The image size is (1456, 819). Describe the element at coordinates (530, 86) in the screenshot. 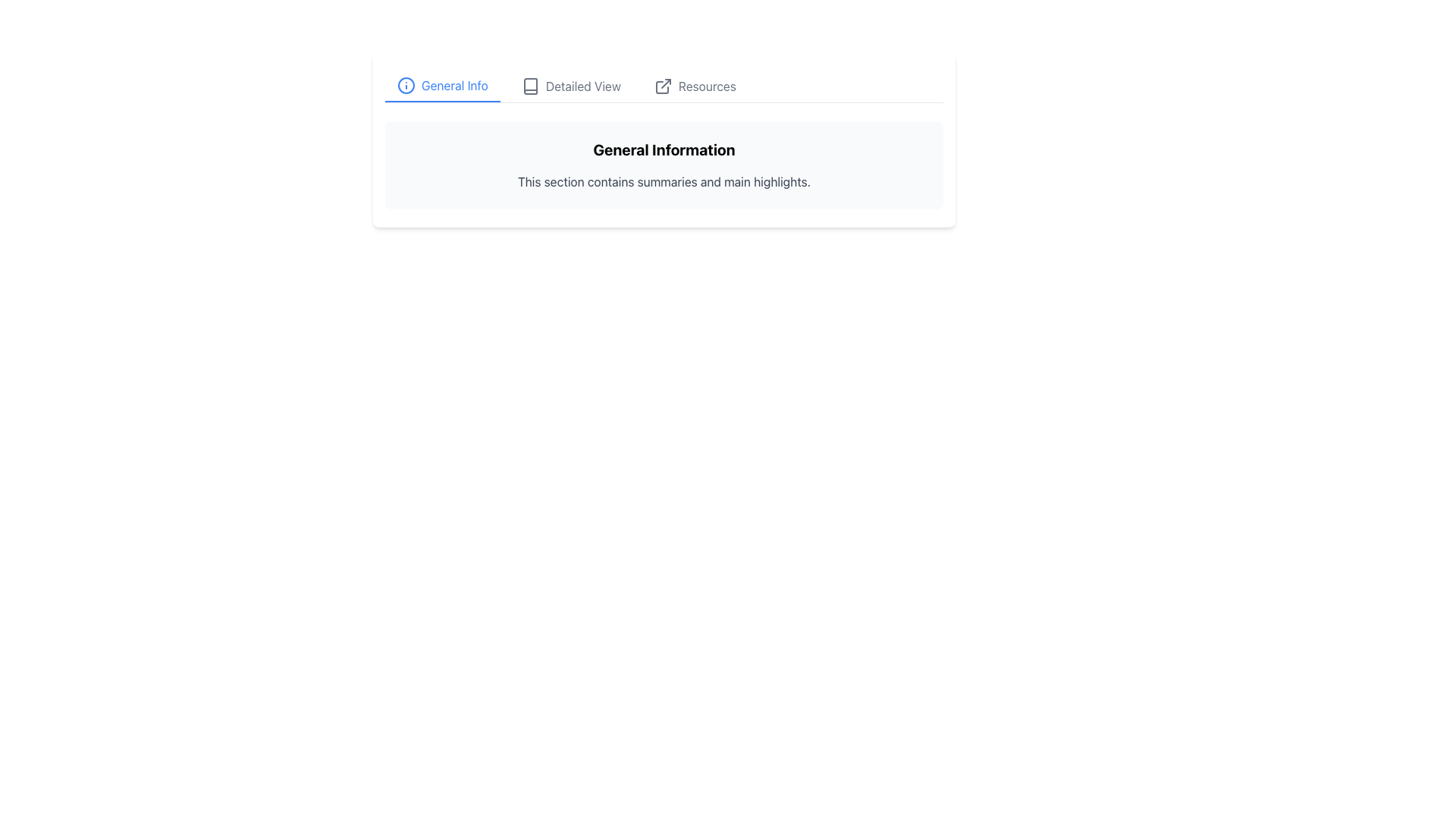

I see `the 'Detailed View' icon button, located between the information icon and the resources link in the tab navigation bar` at that location.